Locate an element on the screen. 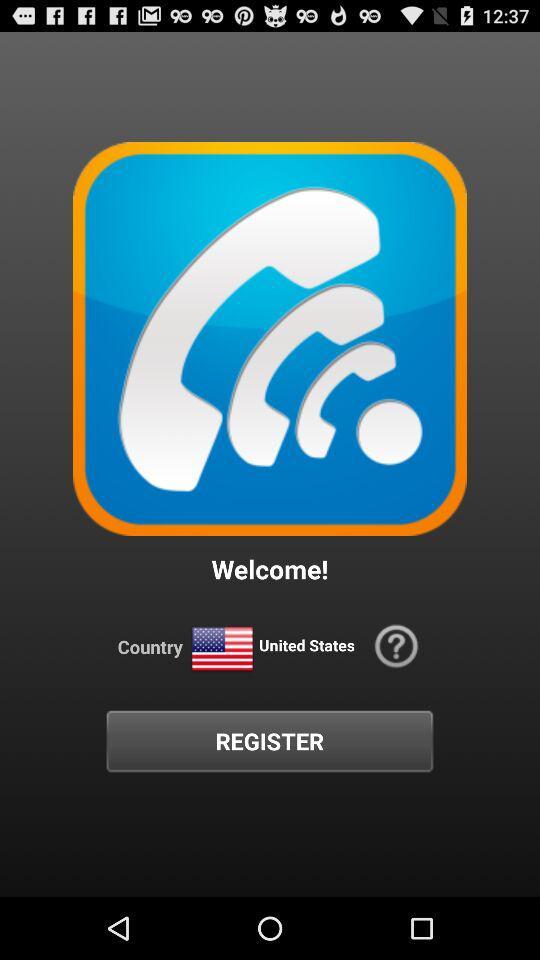  us user is located at coordinates (221, 648).